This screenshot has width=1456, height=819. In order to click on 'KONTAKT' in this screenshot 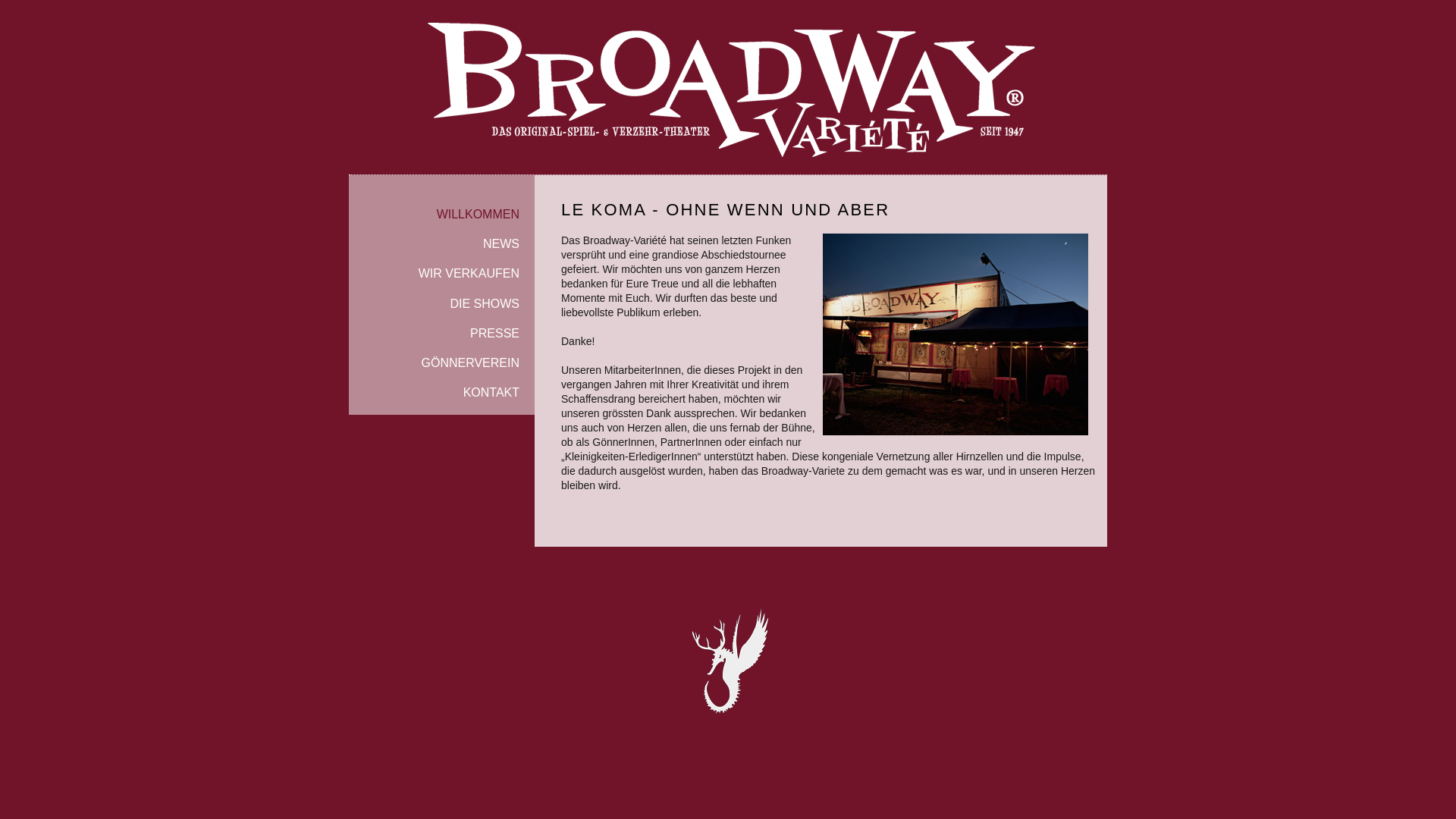, I will do `click(433, 387)`.